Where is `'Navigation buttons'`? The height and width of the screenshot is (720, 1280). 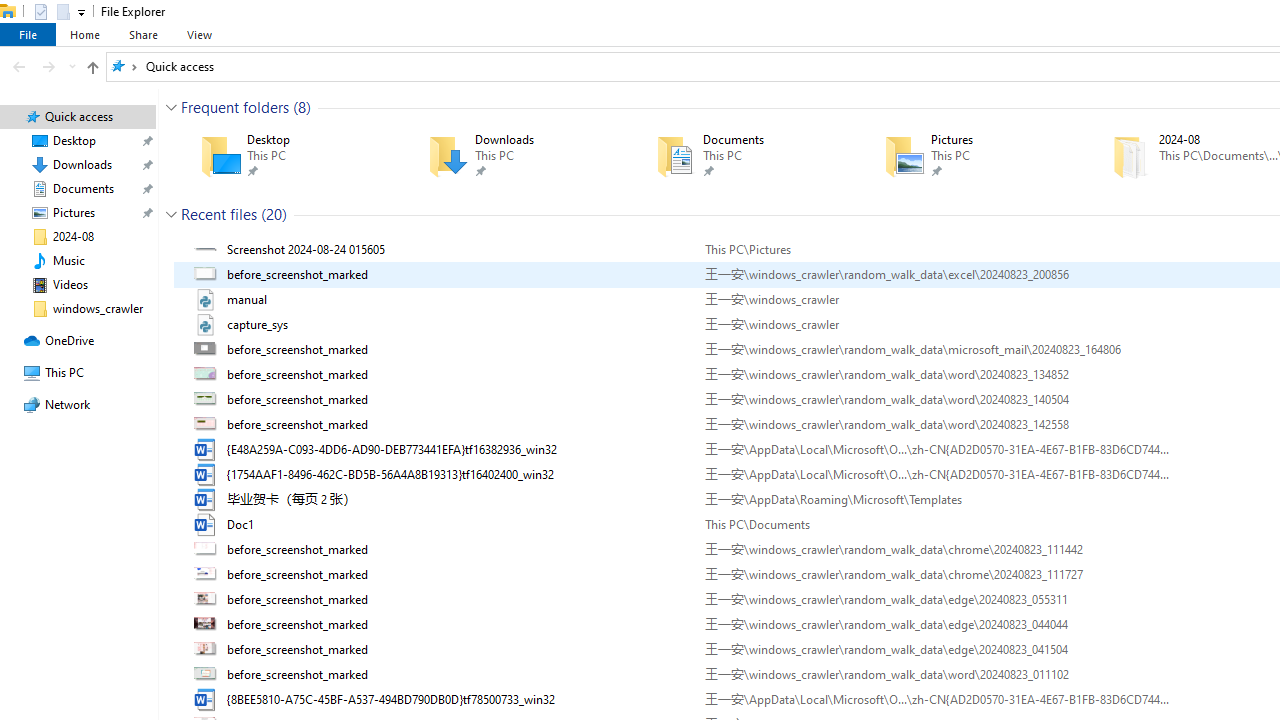
'Navigation buttons' is located at coordinates (42, 65).